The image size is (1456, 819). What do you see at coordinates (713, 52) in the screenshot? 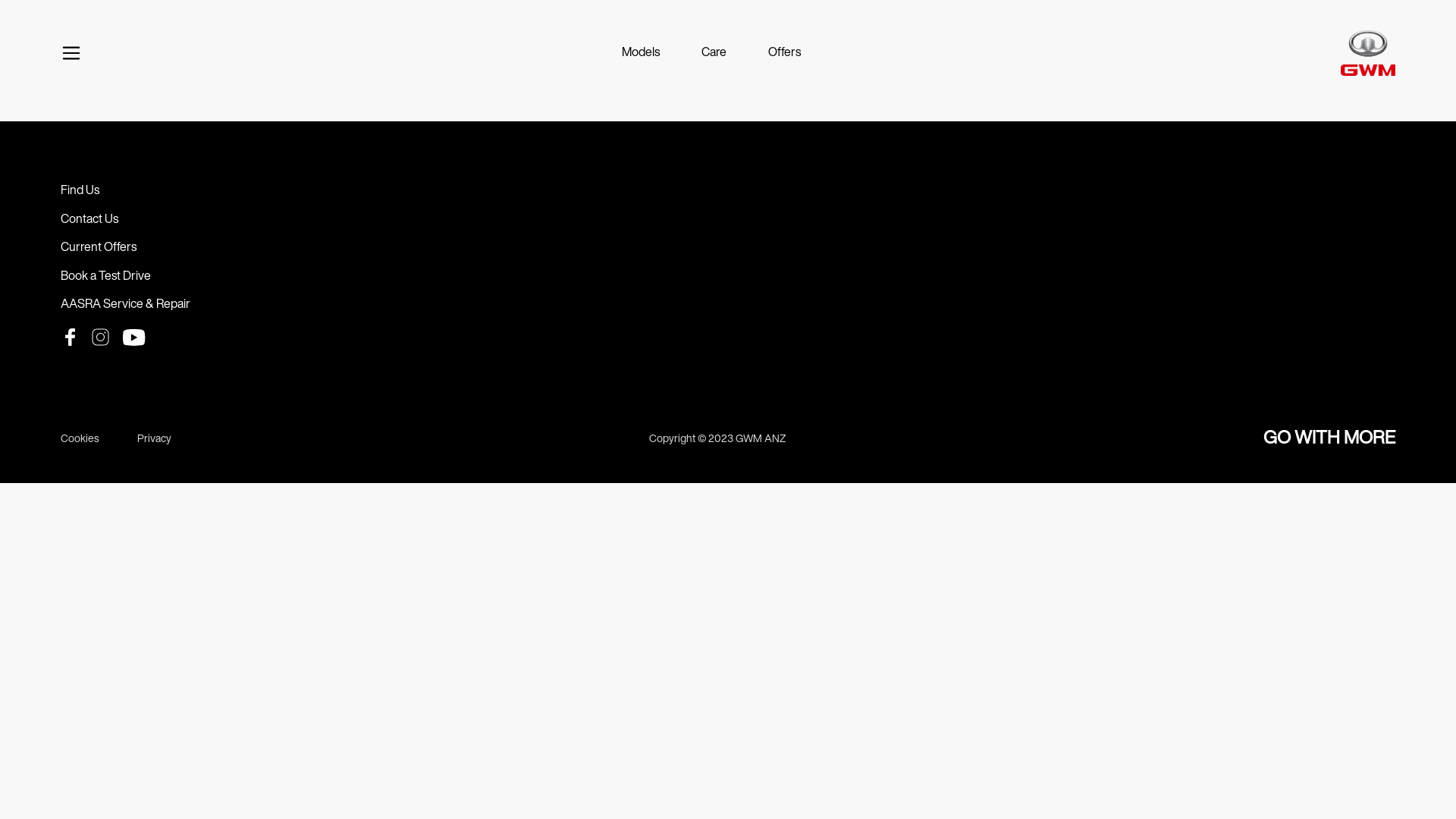
I see `'Care'` at bounding box center [713, 52].